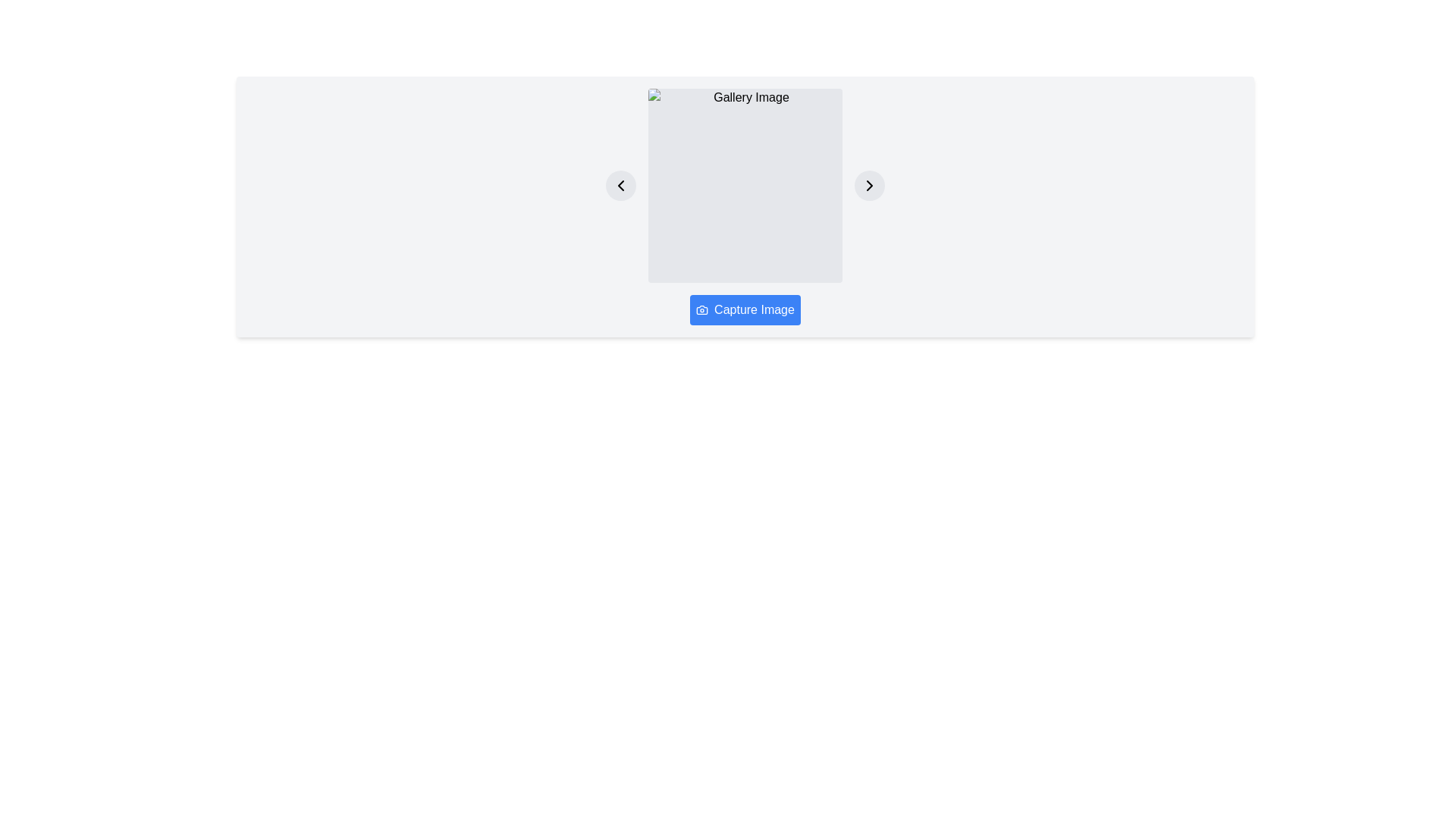 Image resolution: width=1456 pixels, height=819 pixels. What do you see at coordinates (870, 185) in the screenshot?
I see `the button on the right side of the gallery` at bounding box center [870, 185].